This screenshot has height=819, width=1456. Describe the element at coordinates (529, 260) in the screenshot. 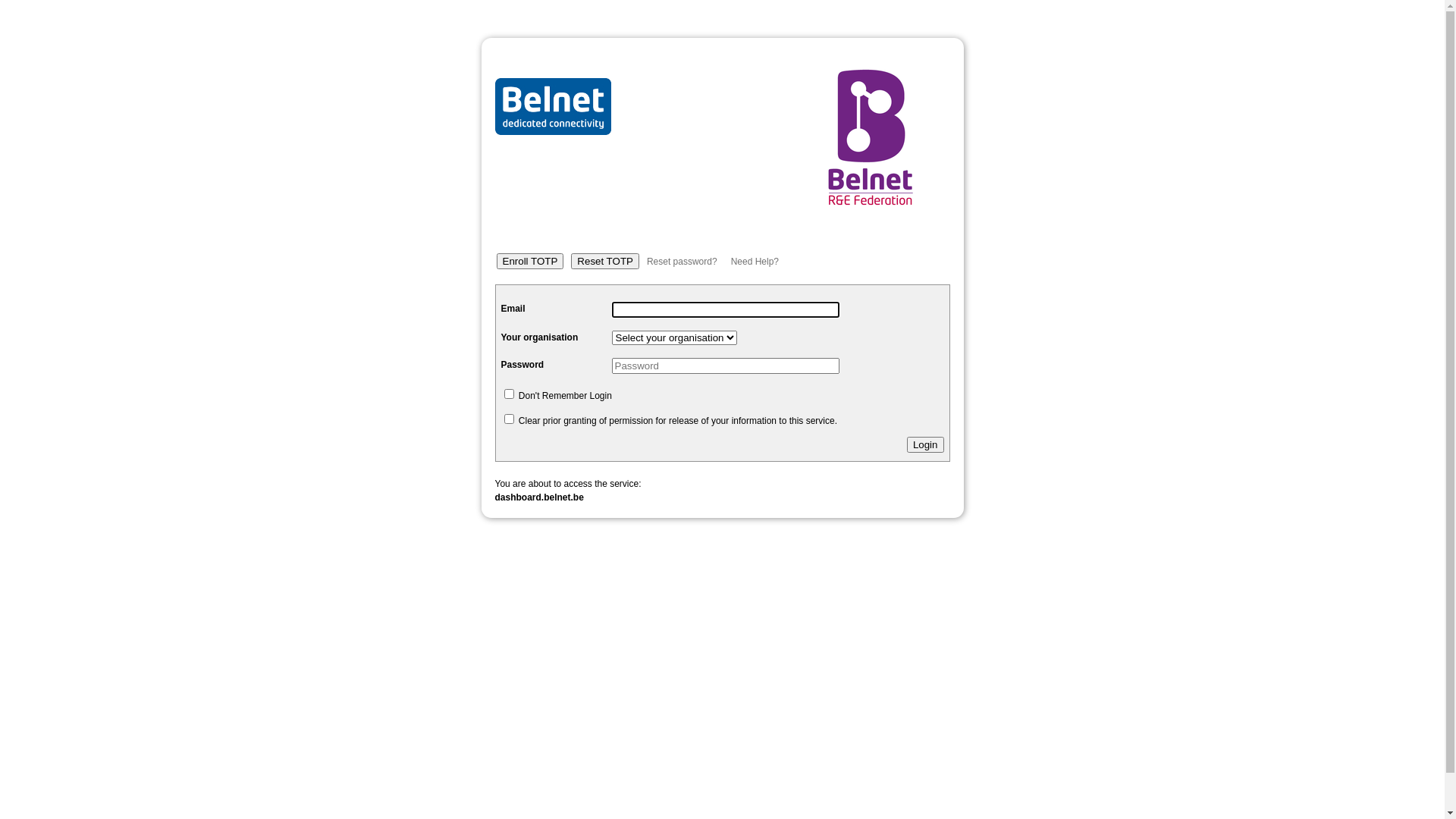

I see `'Enroll TOTP'` at that location.